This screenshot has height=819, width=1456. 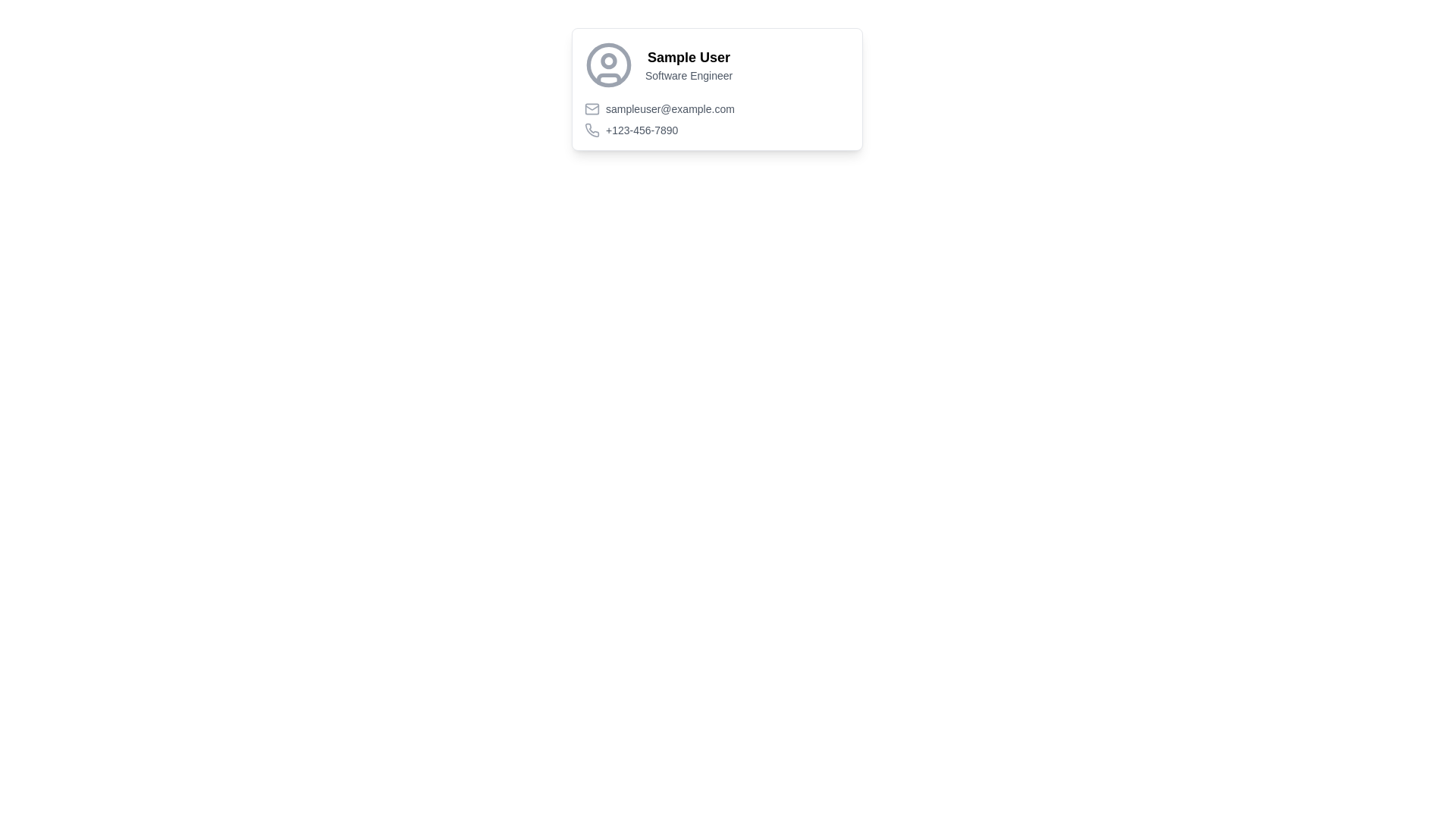 What do you see at coordinates (591, 108) in the screenshot?
I see `the visual representation of the email icon, which is an envelope symbol located to the left of the user's email address in the user card` at bounding box center [591, 108].